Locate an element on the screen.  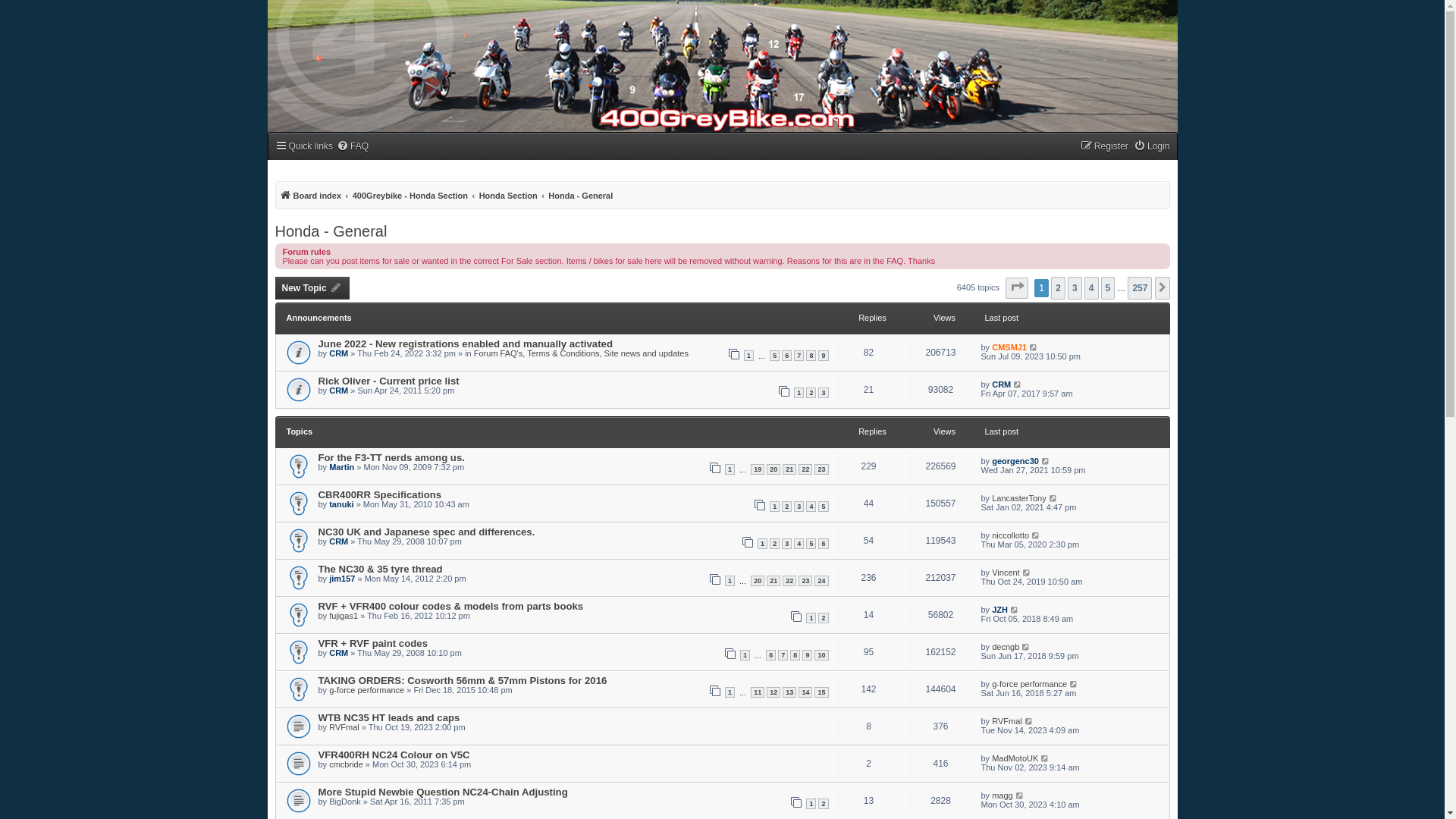
'1' is located at coordinates (743, 356).